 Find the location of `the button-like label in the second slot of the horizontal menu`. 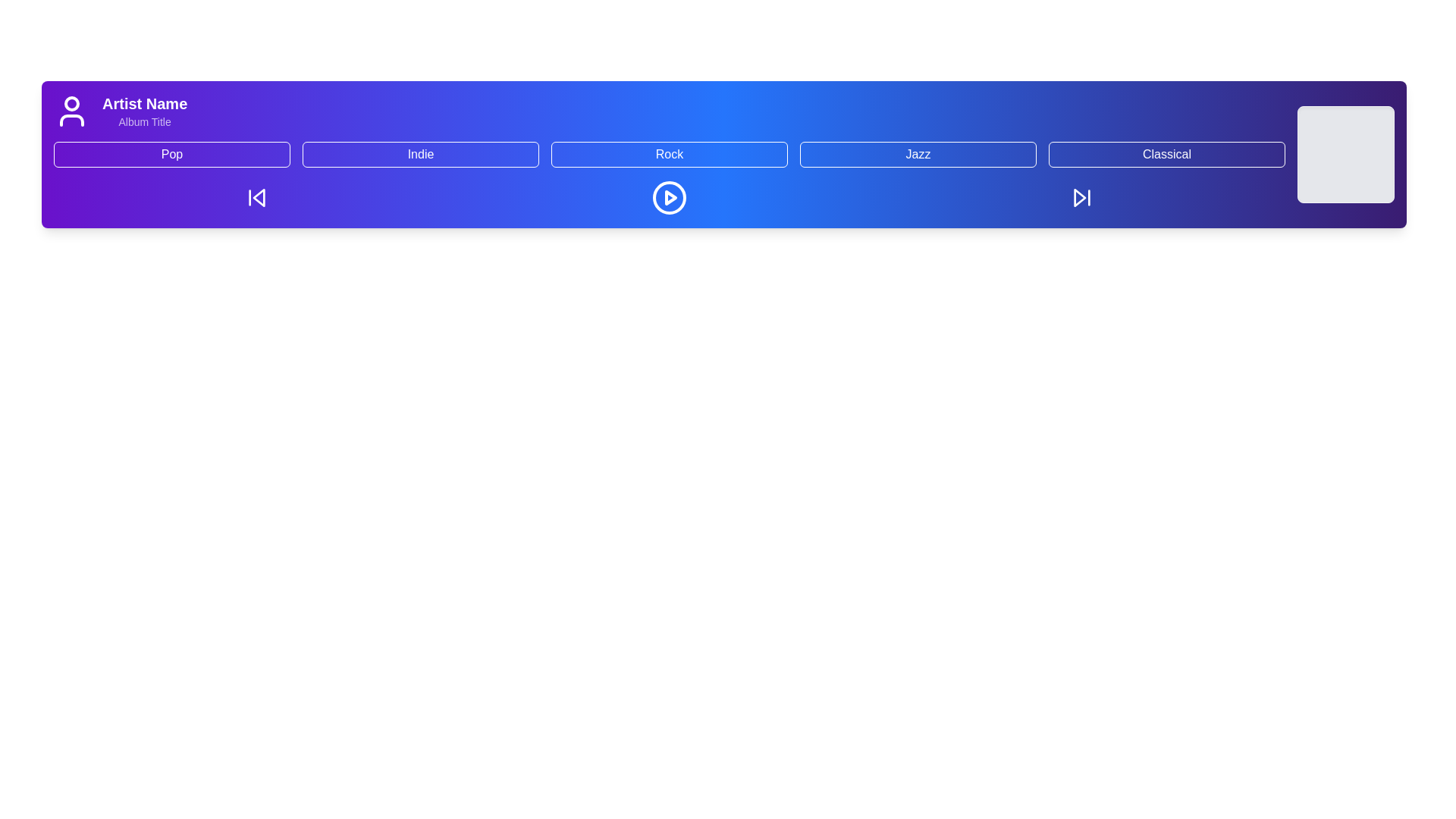

the button-like label in the second slot of the horizontal menu is located at coordinates (421, 155).